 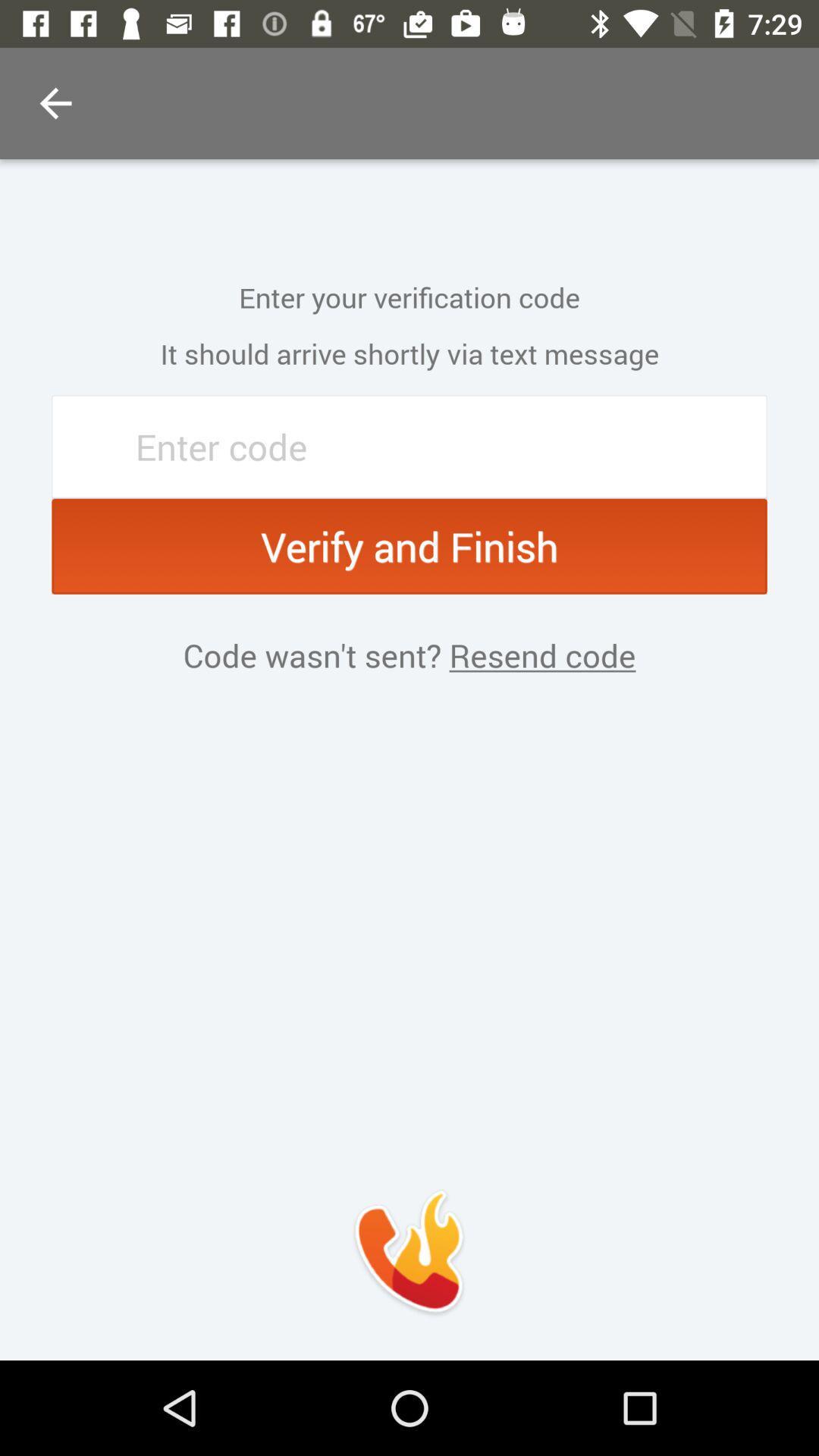 What do you see at coordinates (55, 102) in the screenshot?
I see `icon at the top left corner` at bounding box center [55, 102].